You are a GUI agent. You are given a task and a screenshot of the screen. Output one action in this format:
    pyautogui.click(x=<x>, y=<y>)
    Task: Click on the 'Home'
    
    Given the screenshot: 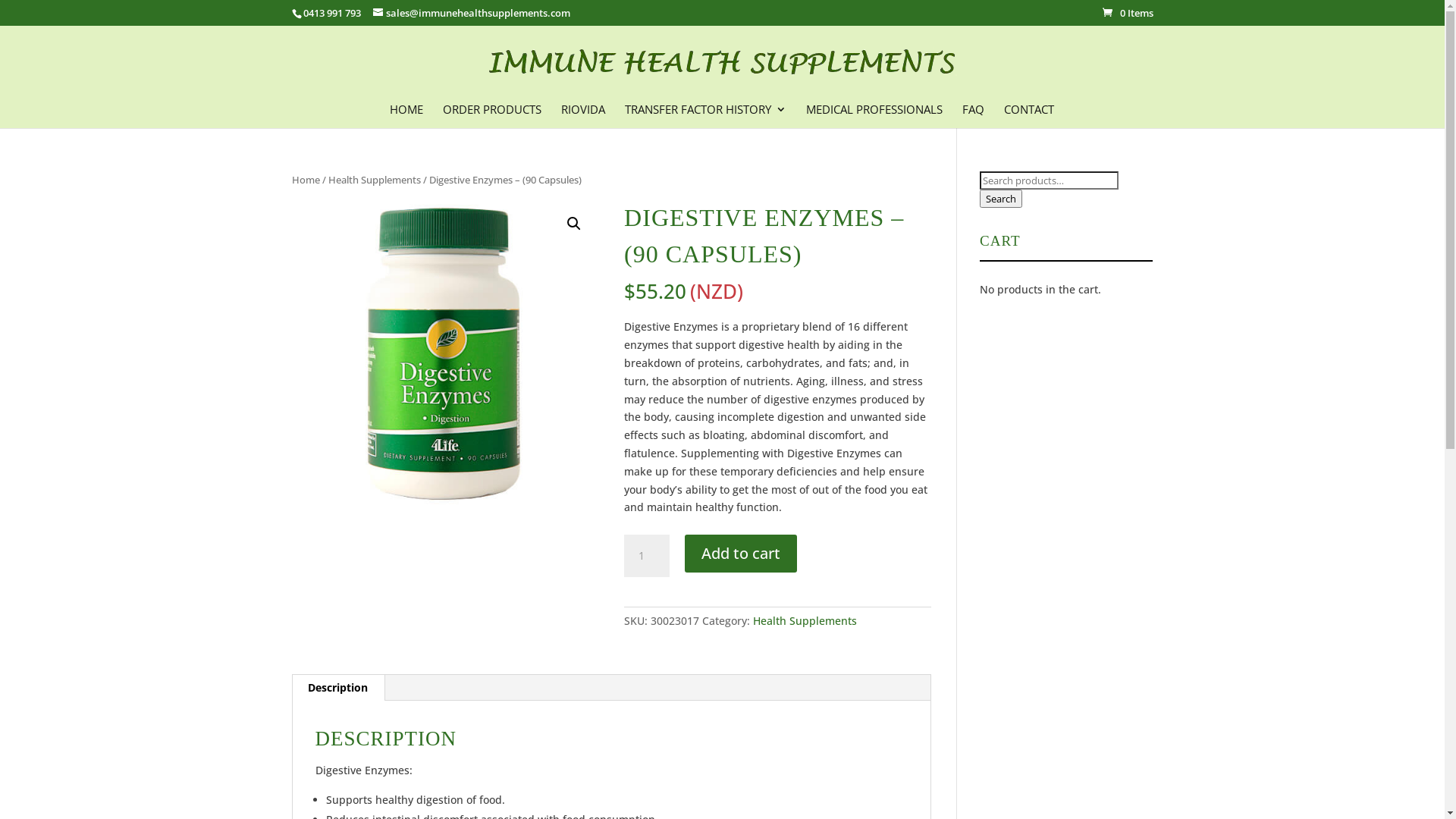 What is the action you would take?
    pyautogui.click(x=304, y=178)
    